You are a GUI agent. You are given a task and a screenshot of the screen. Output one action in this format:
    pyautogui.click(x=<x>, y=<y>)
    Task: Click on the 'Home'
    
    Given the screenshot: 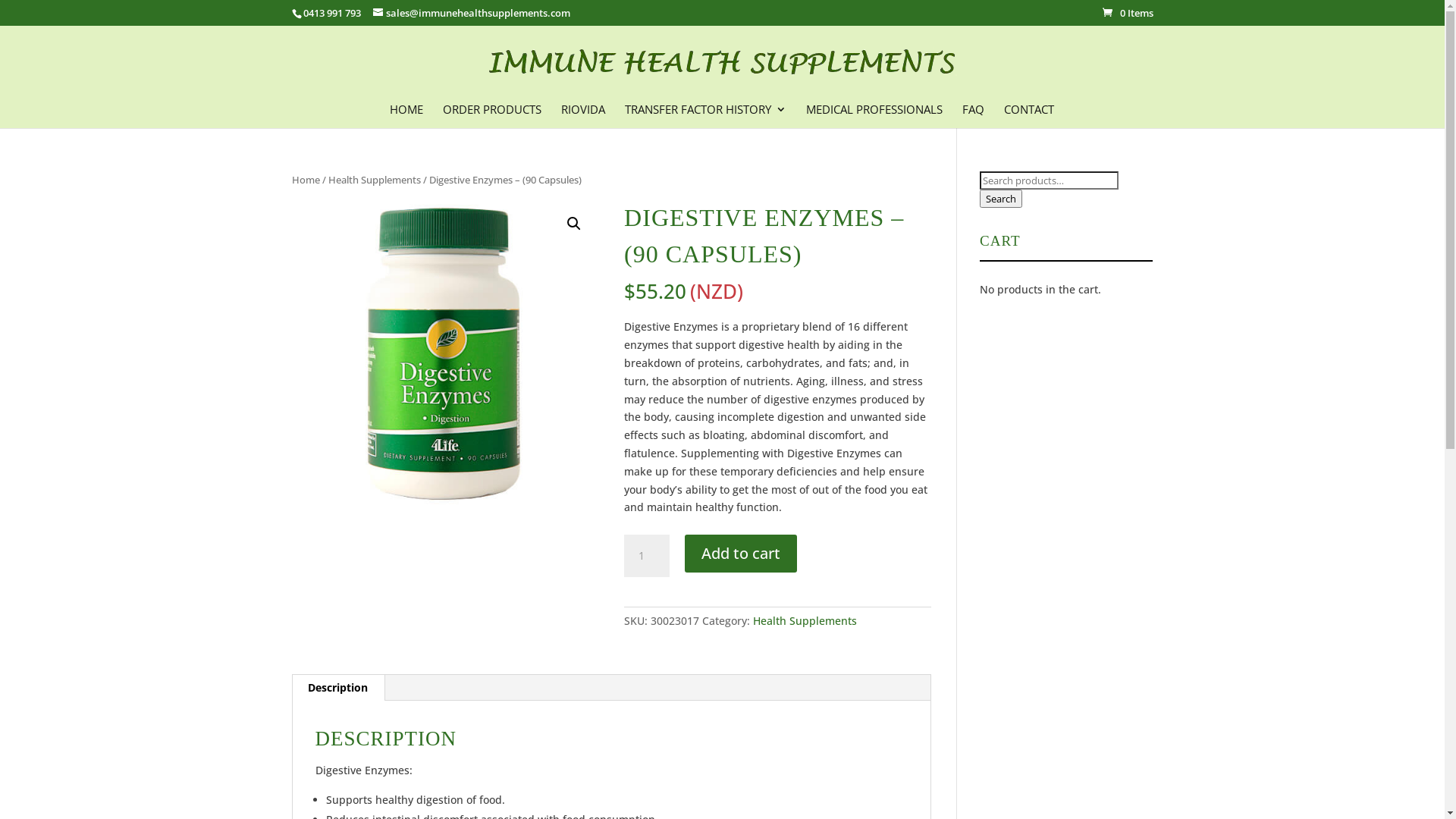 What is the action you would take?
    pyautogui.click(x=304, y=178)
    